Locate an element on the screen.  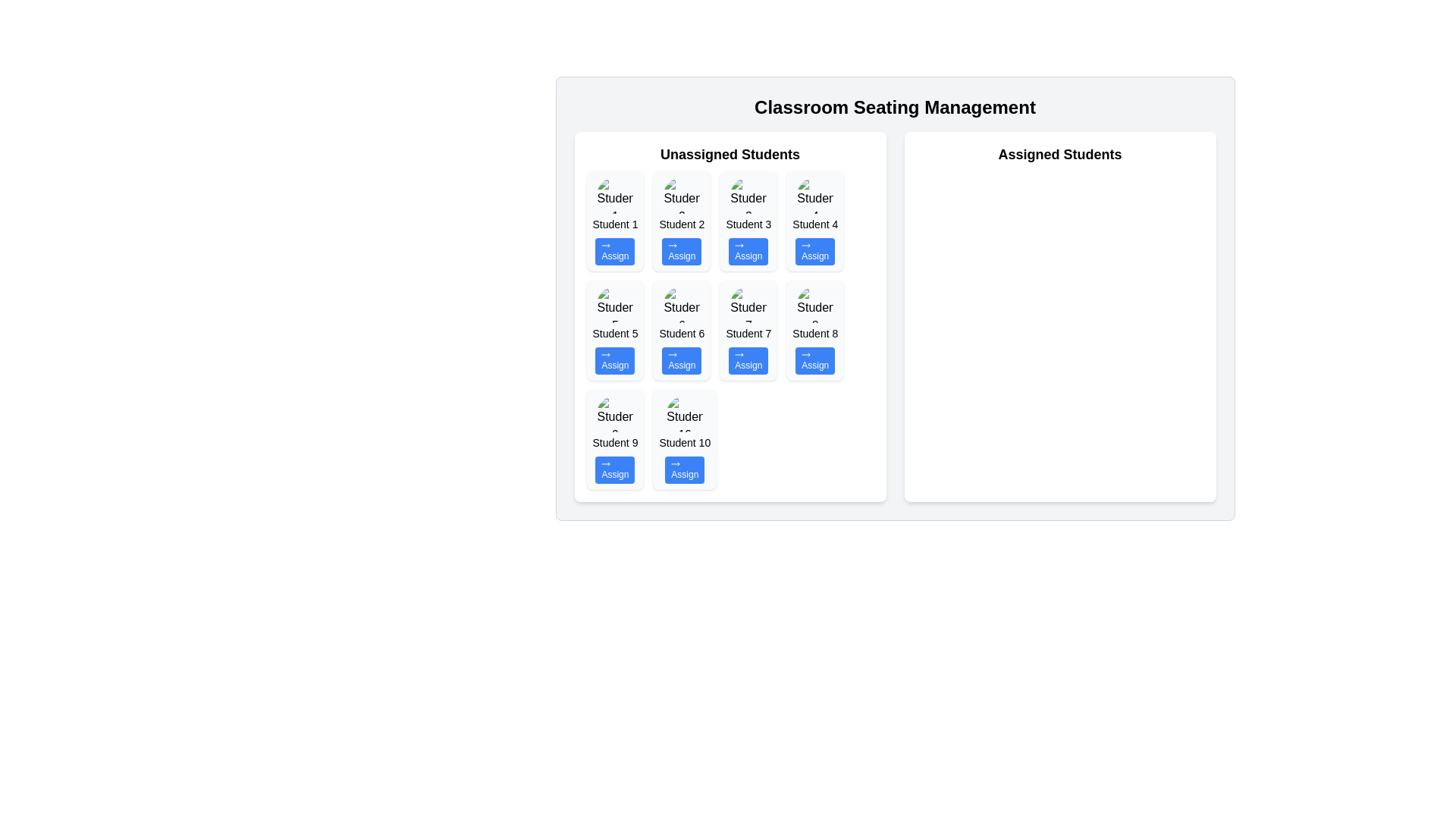
the 'Assign' button located in the bottom right corner of the card representing 'Student 8' to assign the student to a specific group or task is located at coordinates (814, 360).